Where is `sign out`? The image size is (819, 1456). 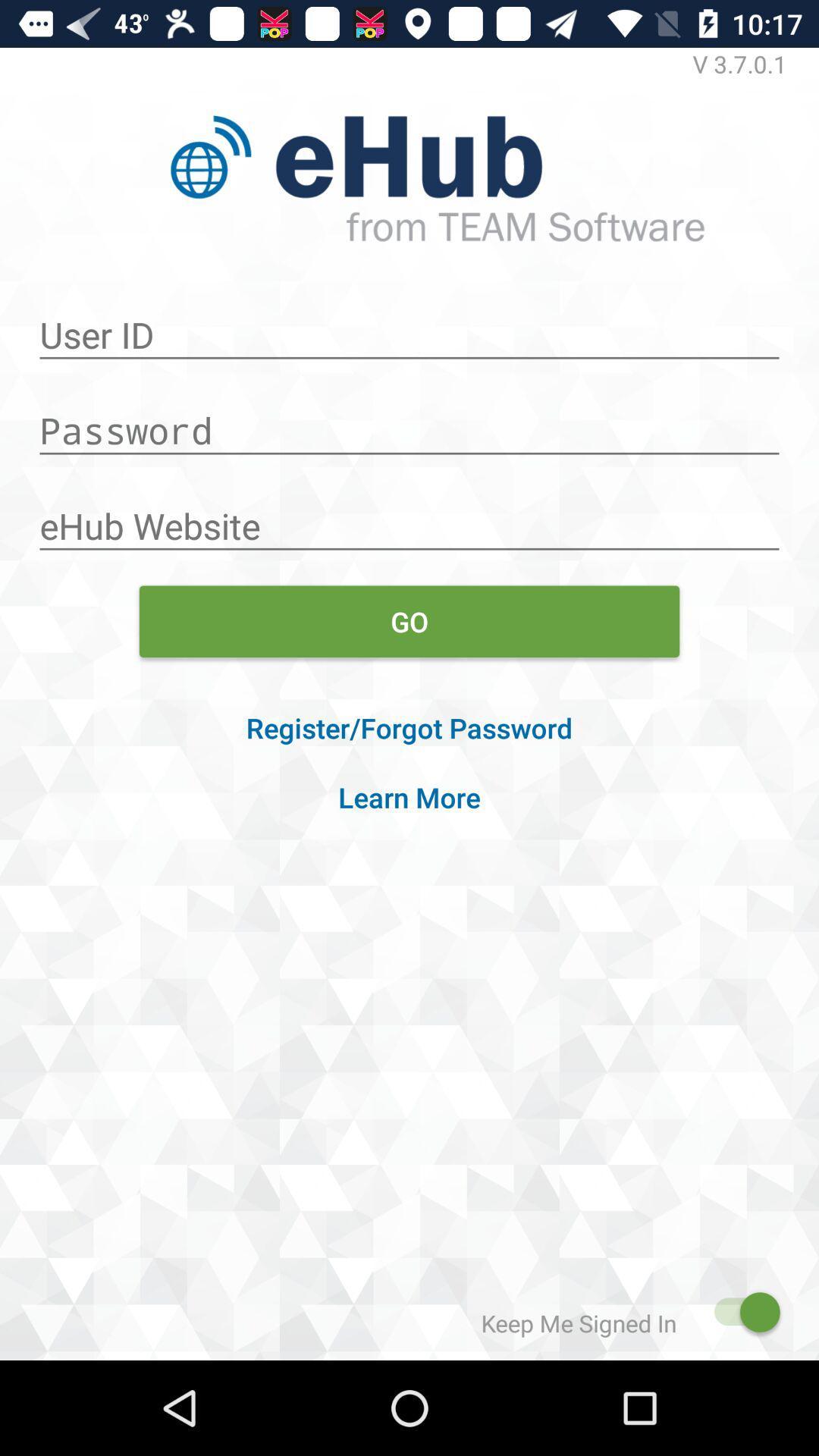
sign out is located at coordinates (739, 1311).